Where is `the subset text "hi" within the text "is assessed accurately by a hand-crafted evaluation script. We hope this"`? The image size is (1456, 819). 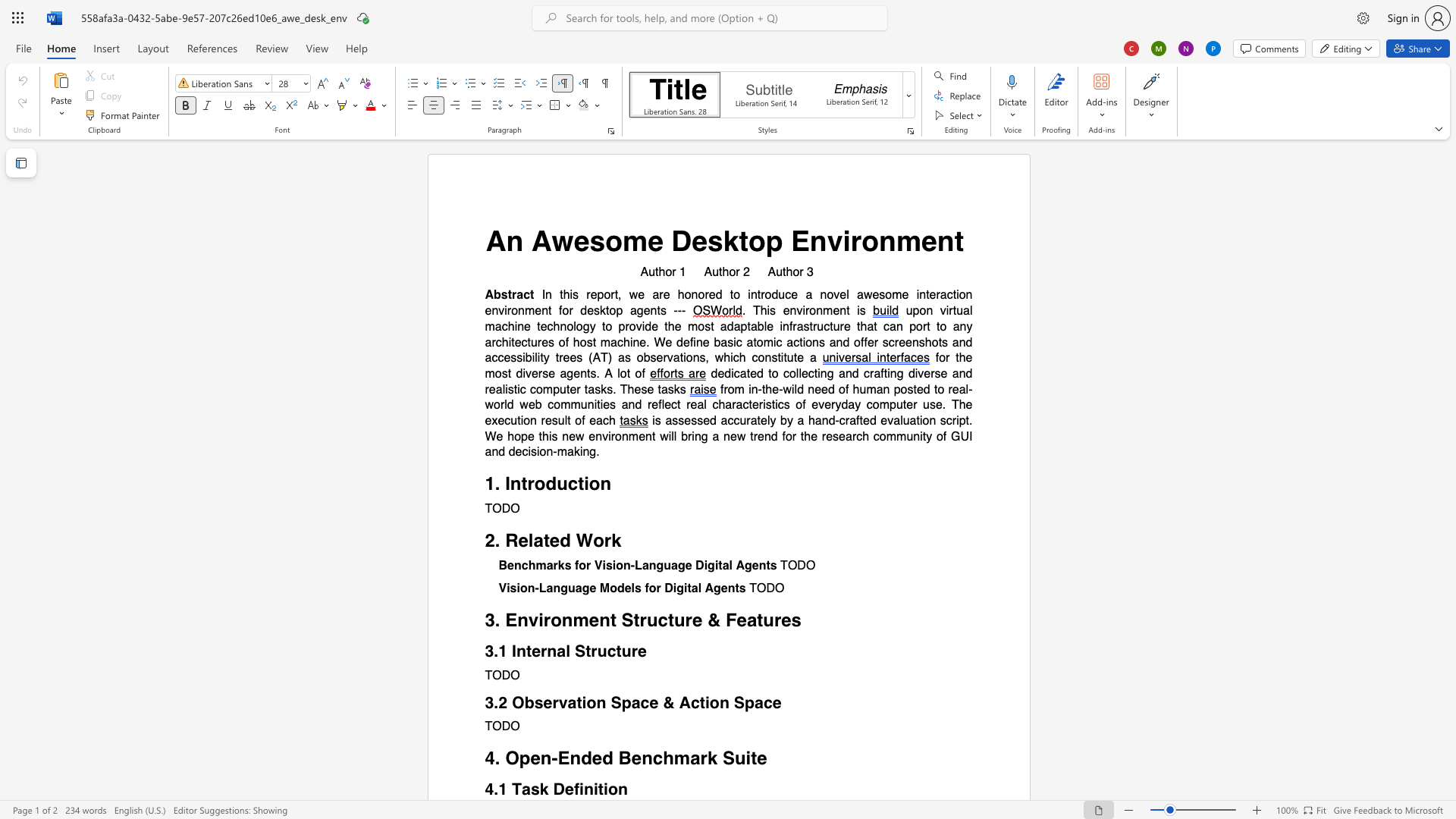
the subset text "hi" within the text "is assessed accurately by a hand-crafted evaluation script. We hope this" is located at coordinates (542, 436).